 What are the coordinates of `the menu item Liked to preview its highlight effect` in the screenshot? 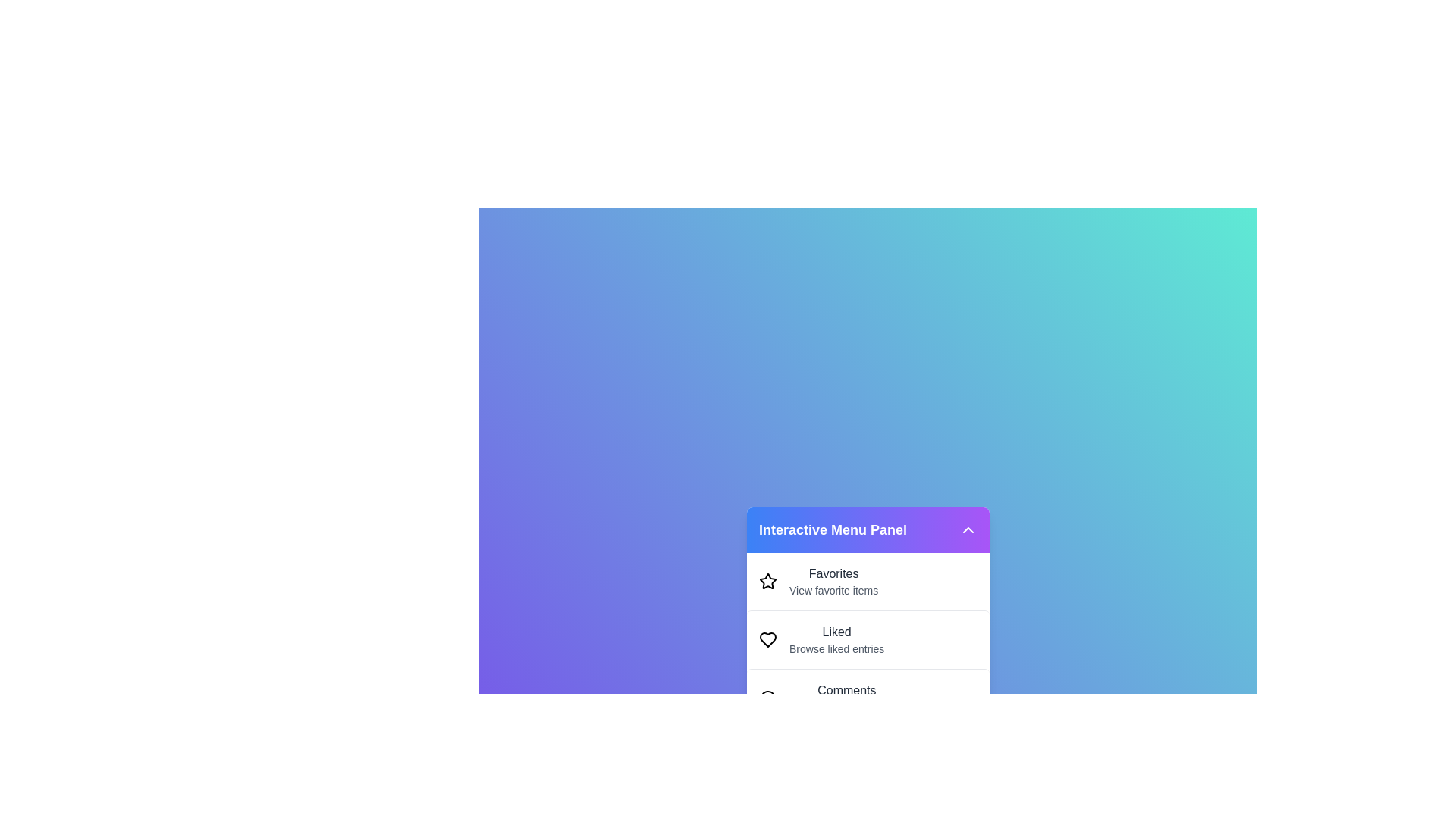 It's located at (868, 639).